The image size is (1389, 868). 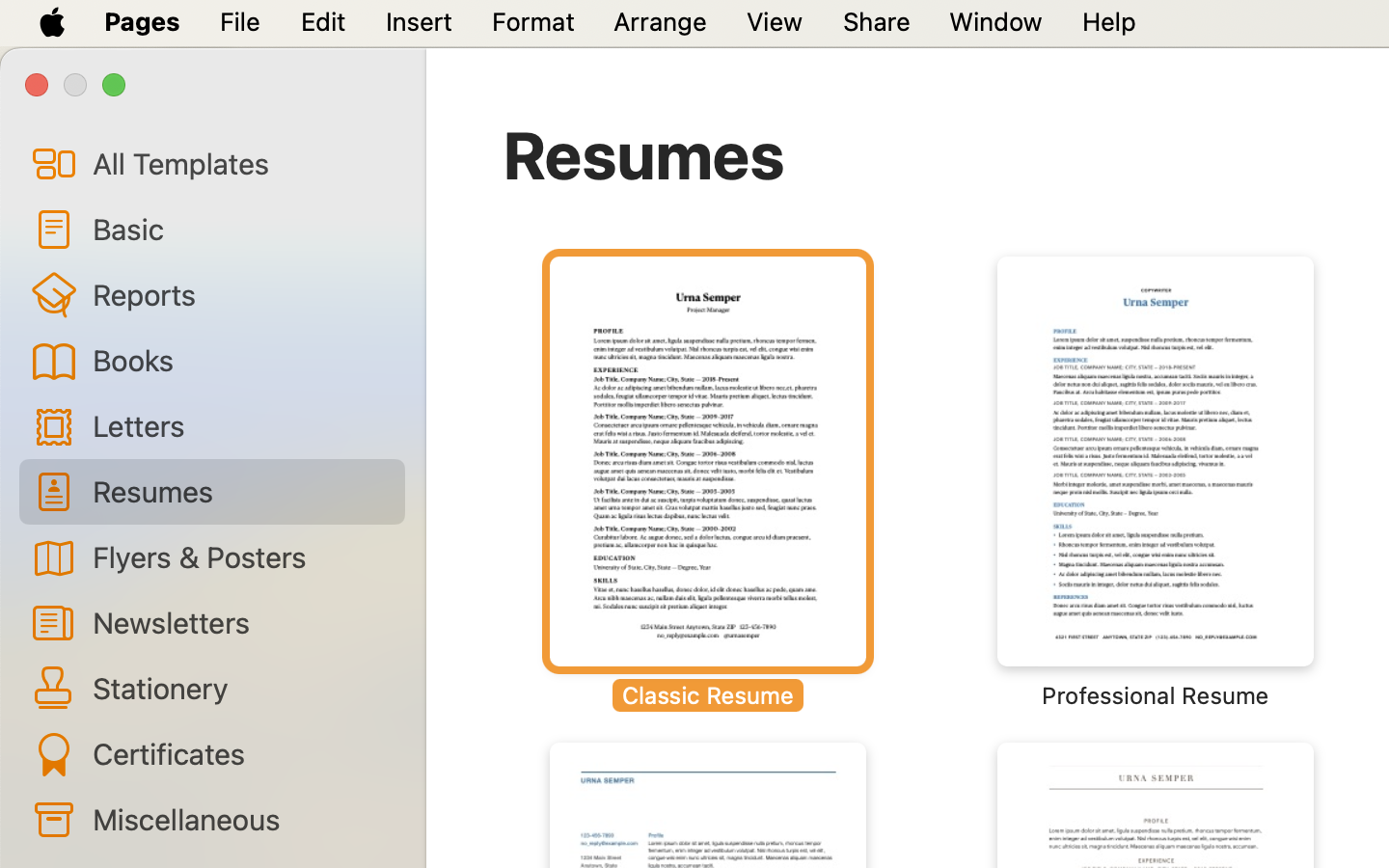 What do you see at coordinates (239, 622) in the screenshot?
I see `'Newsletters'` at bounding box center [239, 622].